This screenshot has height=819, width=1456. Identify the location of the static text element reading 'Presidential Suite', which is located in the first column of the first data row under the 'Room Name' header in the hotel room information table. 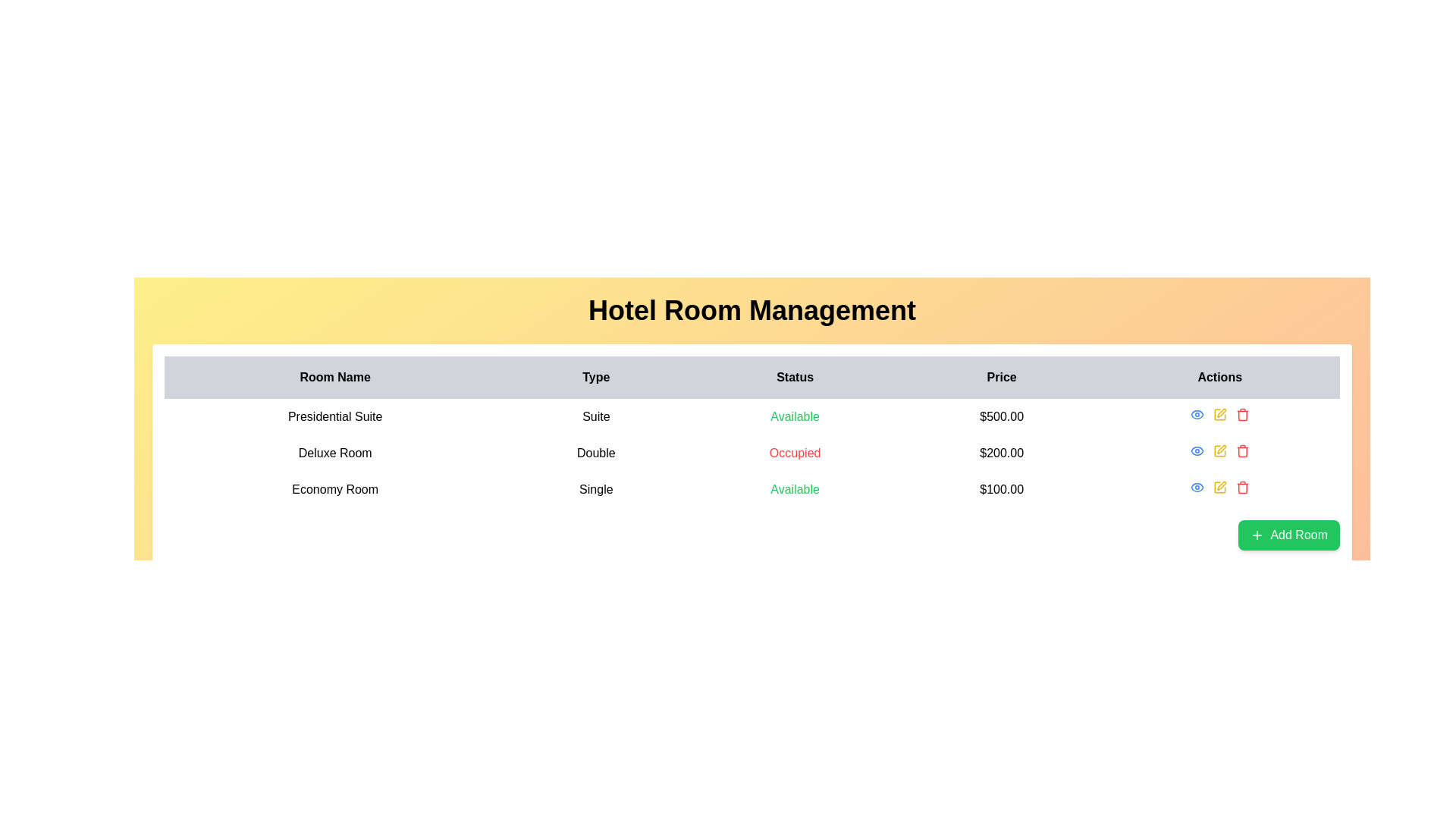
(334, 417).